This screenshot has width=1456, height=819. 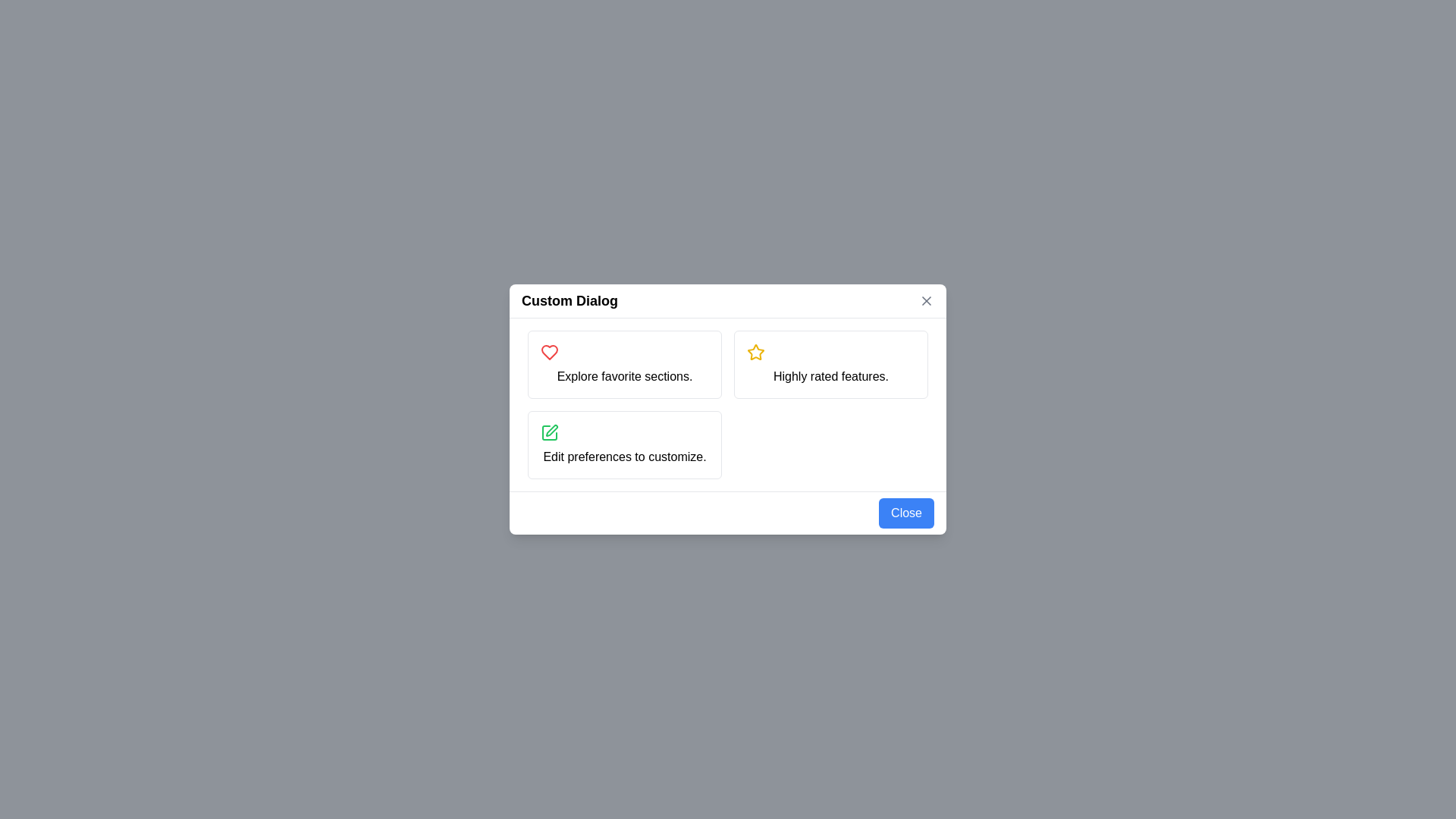 I want to click on or select the informational card located in the Custom Dialog window, positioned at the top left of a 2x2 grid layout, so click(x=625, y=365).